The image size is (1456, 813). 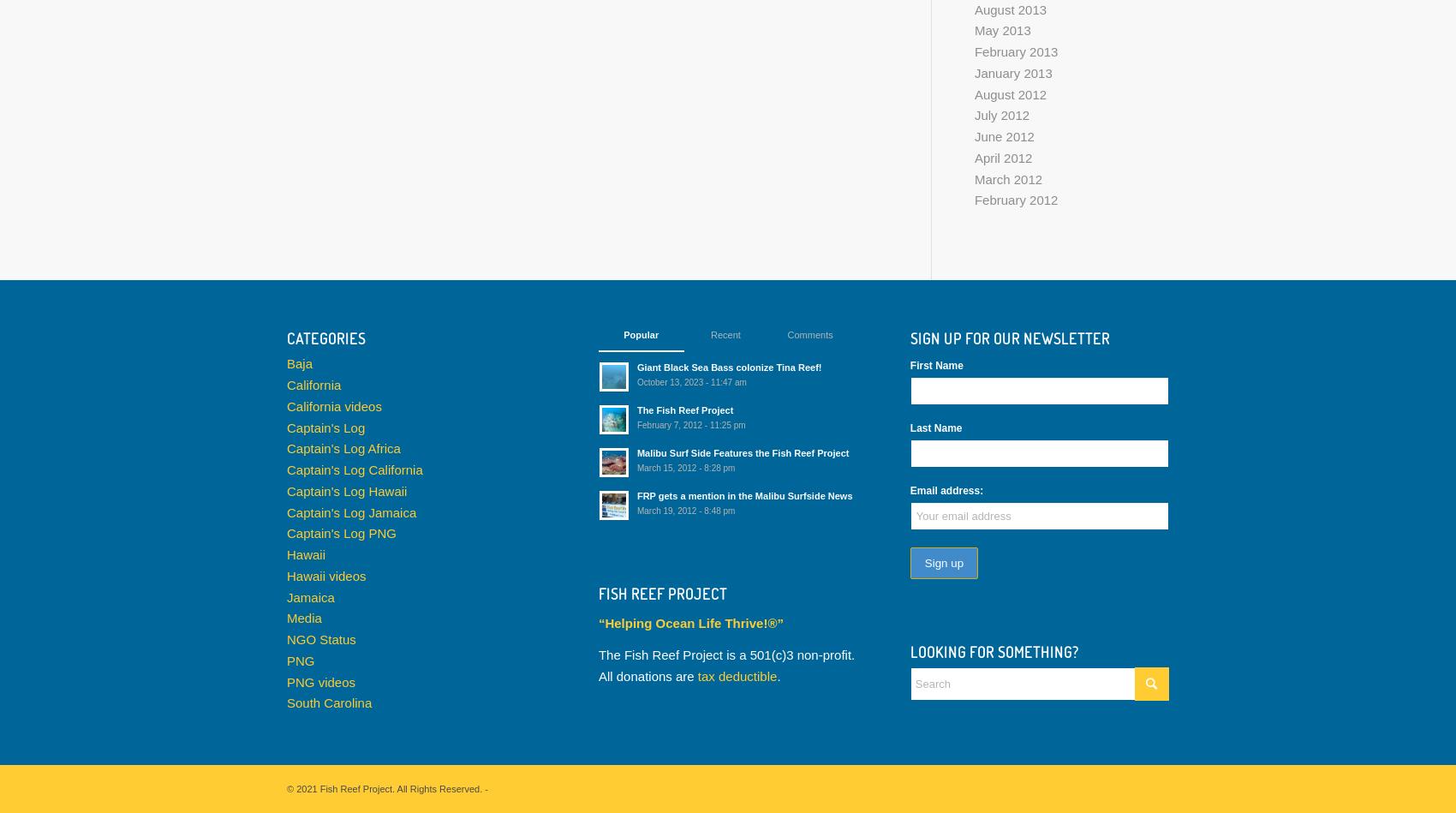 I want to click on 'First Name', so click(x=935, y=365).